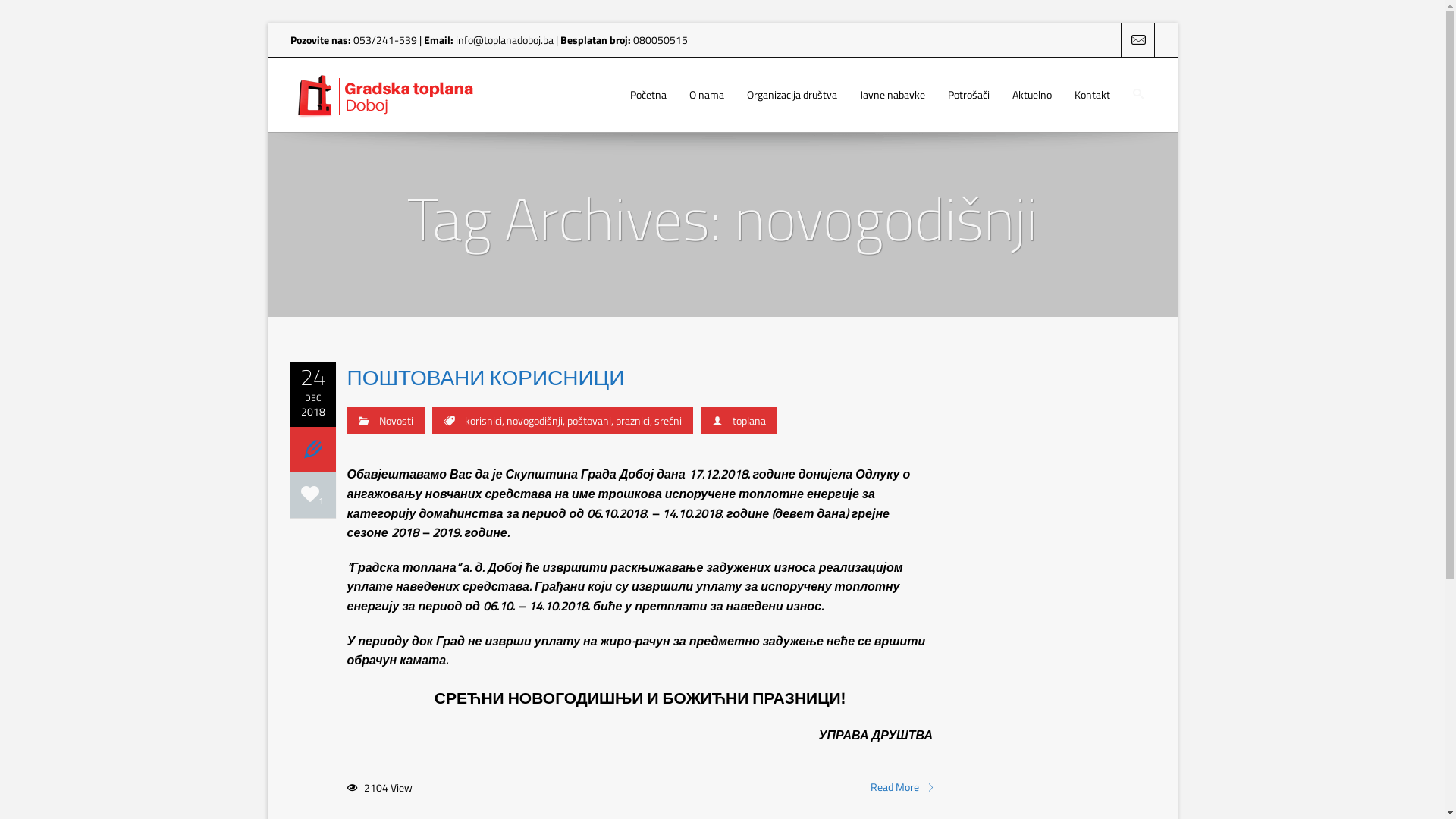 The image size is (1456, 819). What do you see at coordinates (902, 786) in the screenshot?
I see `'Read More'` at bounding box center [902, 786].